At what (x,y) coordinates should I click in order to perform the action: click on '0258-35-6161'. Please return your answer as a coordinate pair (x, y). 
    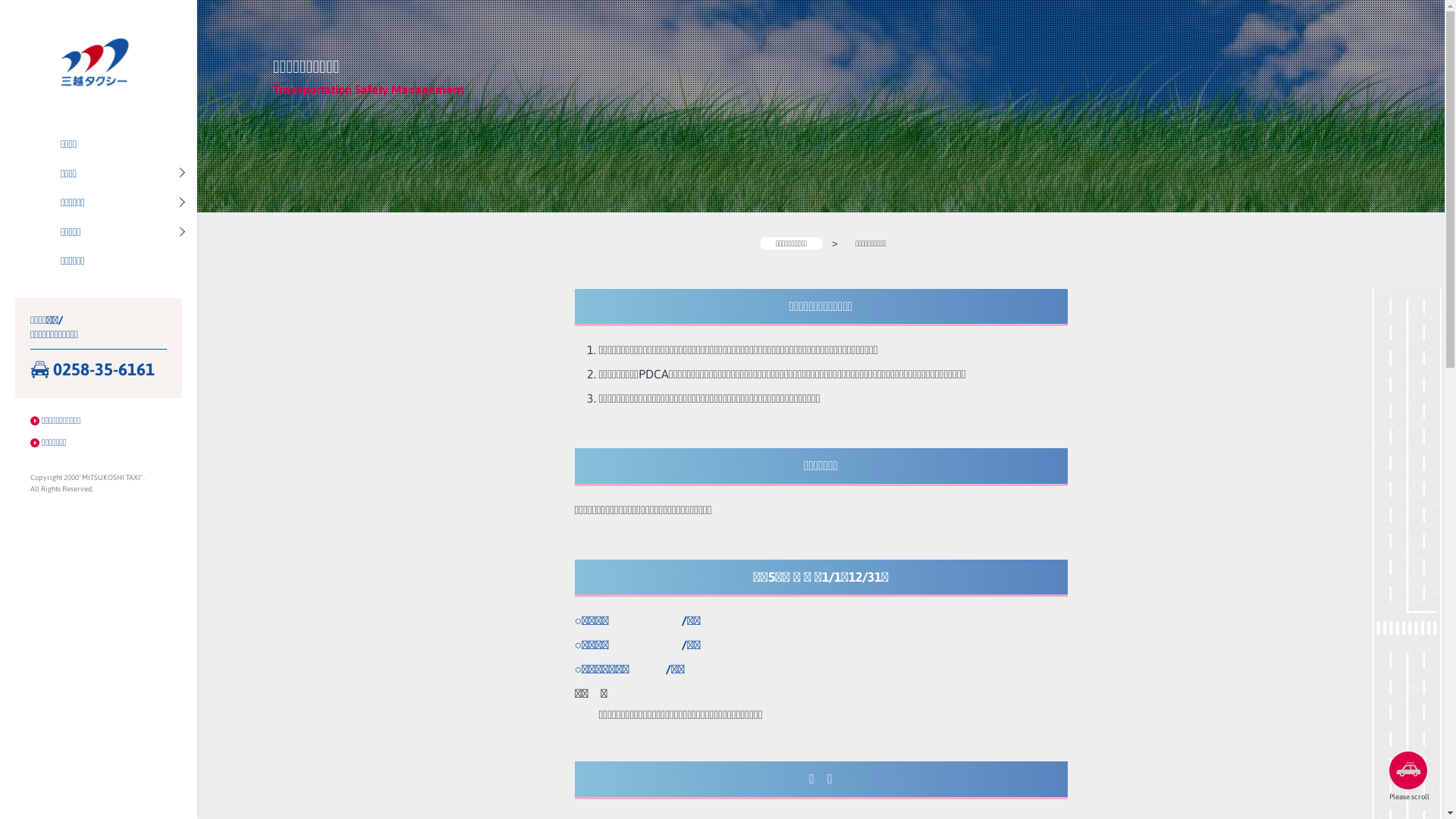
    Looking at the image, I should click on (97, 370).